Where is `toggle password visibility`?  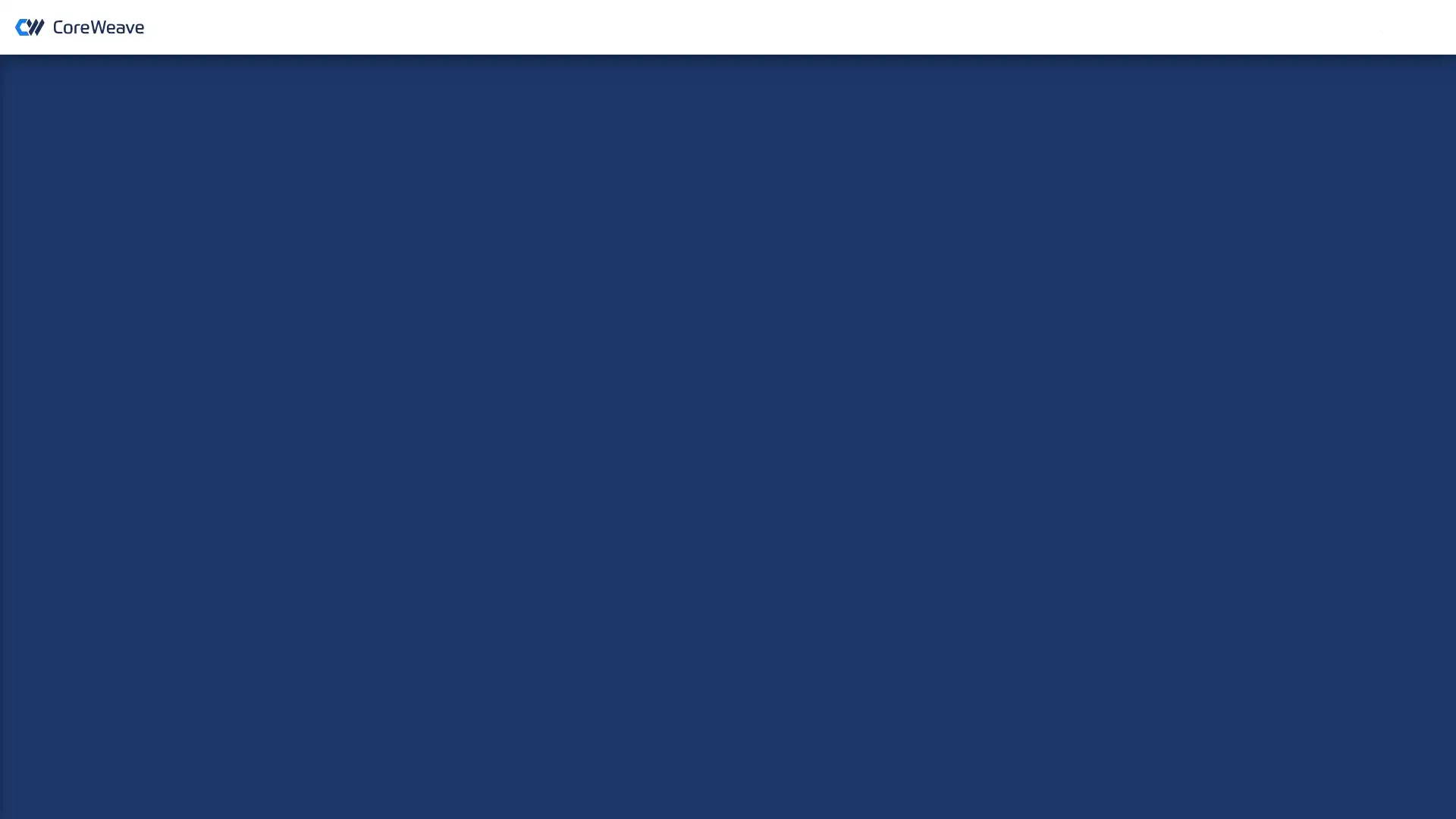 toggle password visibility is located at coordinates (871, 331).